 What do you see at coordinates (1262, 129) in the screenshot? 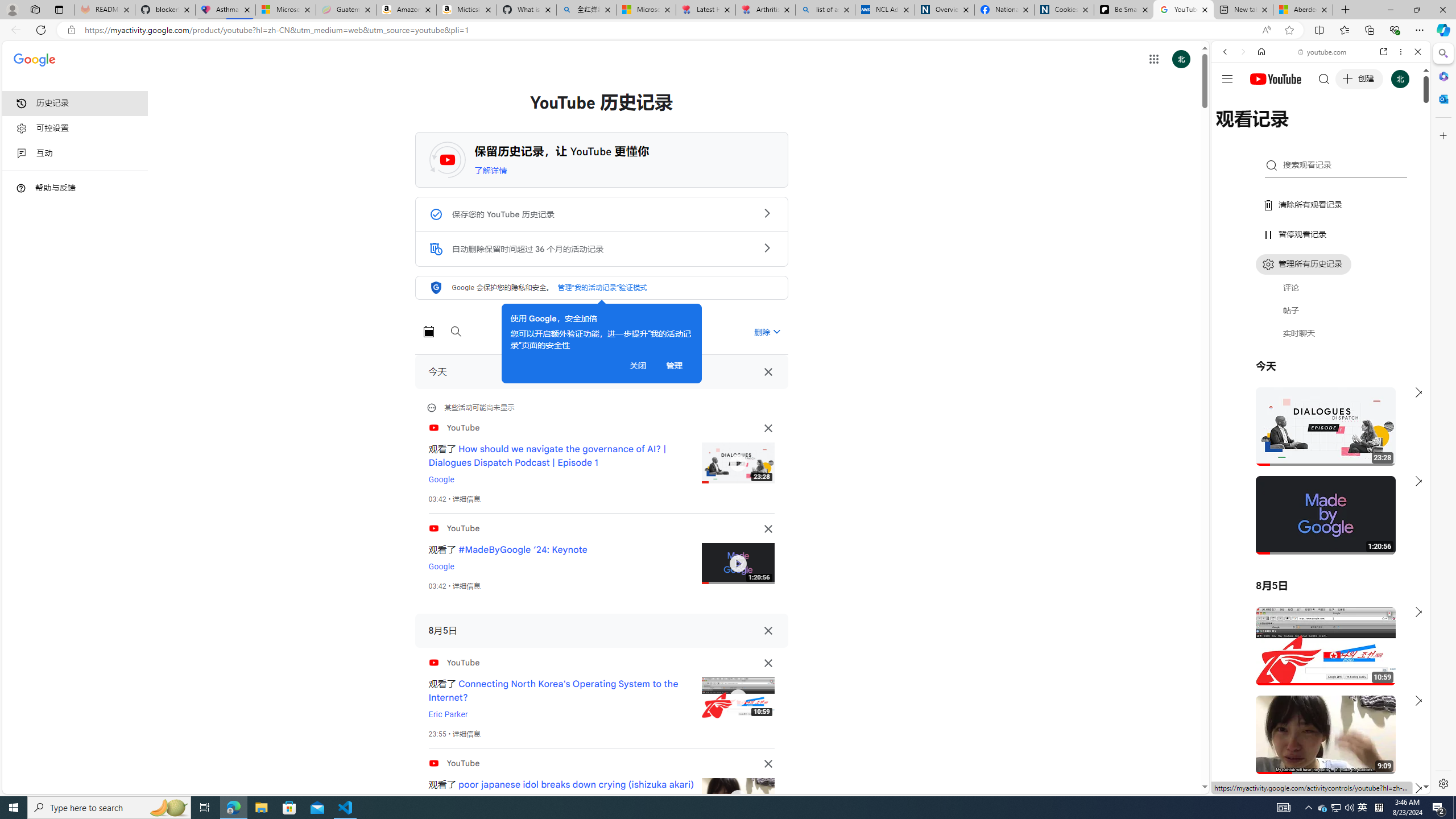
I see `'Search Filter, IMAGES'` at bounding box center [1262, 129].